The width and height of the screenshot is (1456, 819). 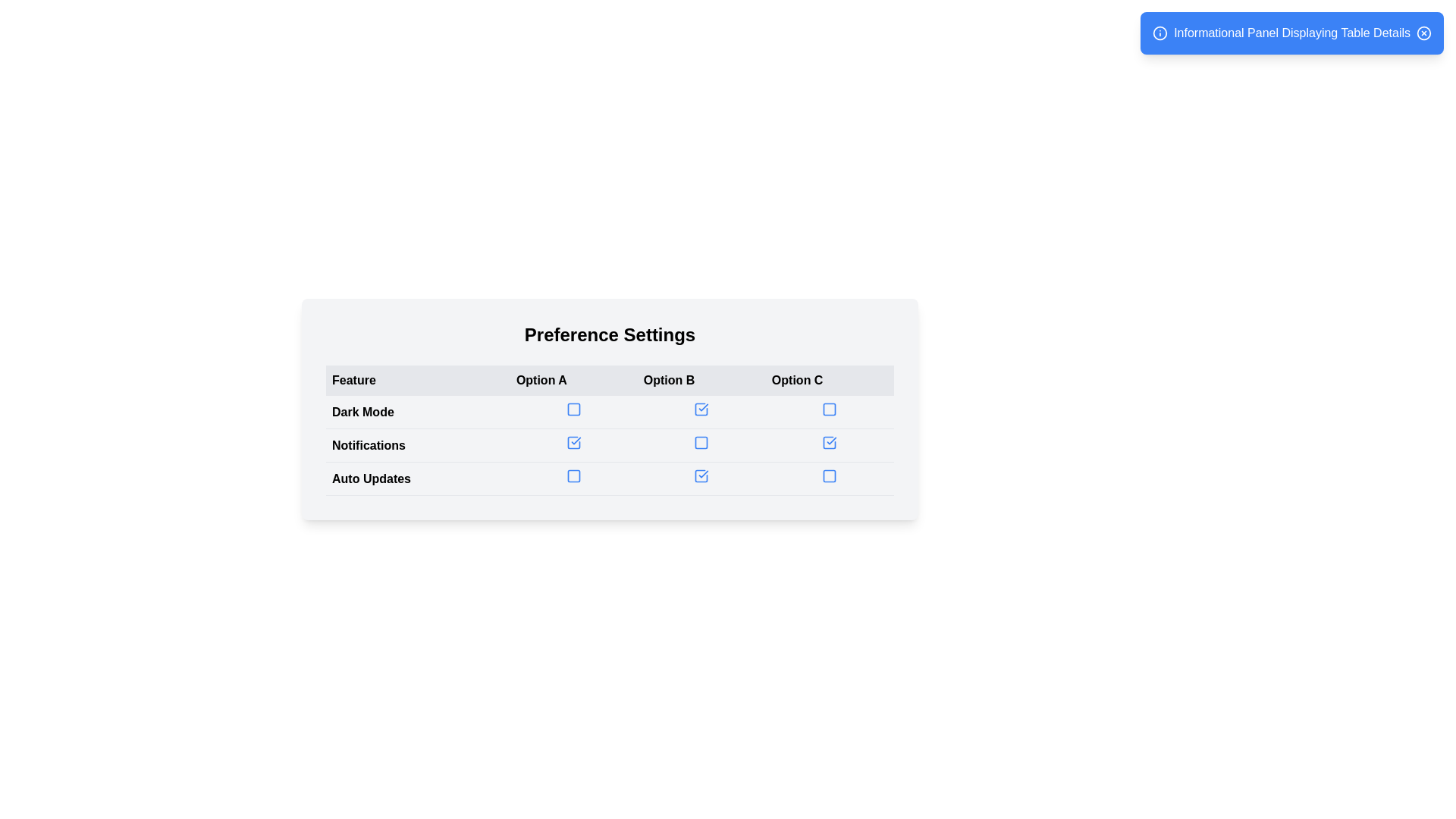 What do you see at coordinates (573, 412) in the screenshot?
I see `the checkbox with a blue outline and checkmark in the 'Option A' column of the 'Dark Mode' row under 'Preference Settings'` at bounding box center [573, 412].